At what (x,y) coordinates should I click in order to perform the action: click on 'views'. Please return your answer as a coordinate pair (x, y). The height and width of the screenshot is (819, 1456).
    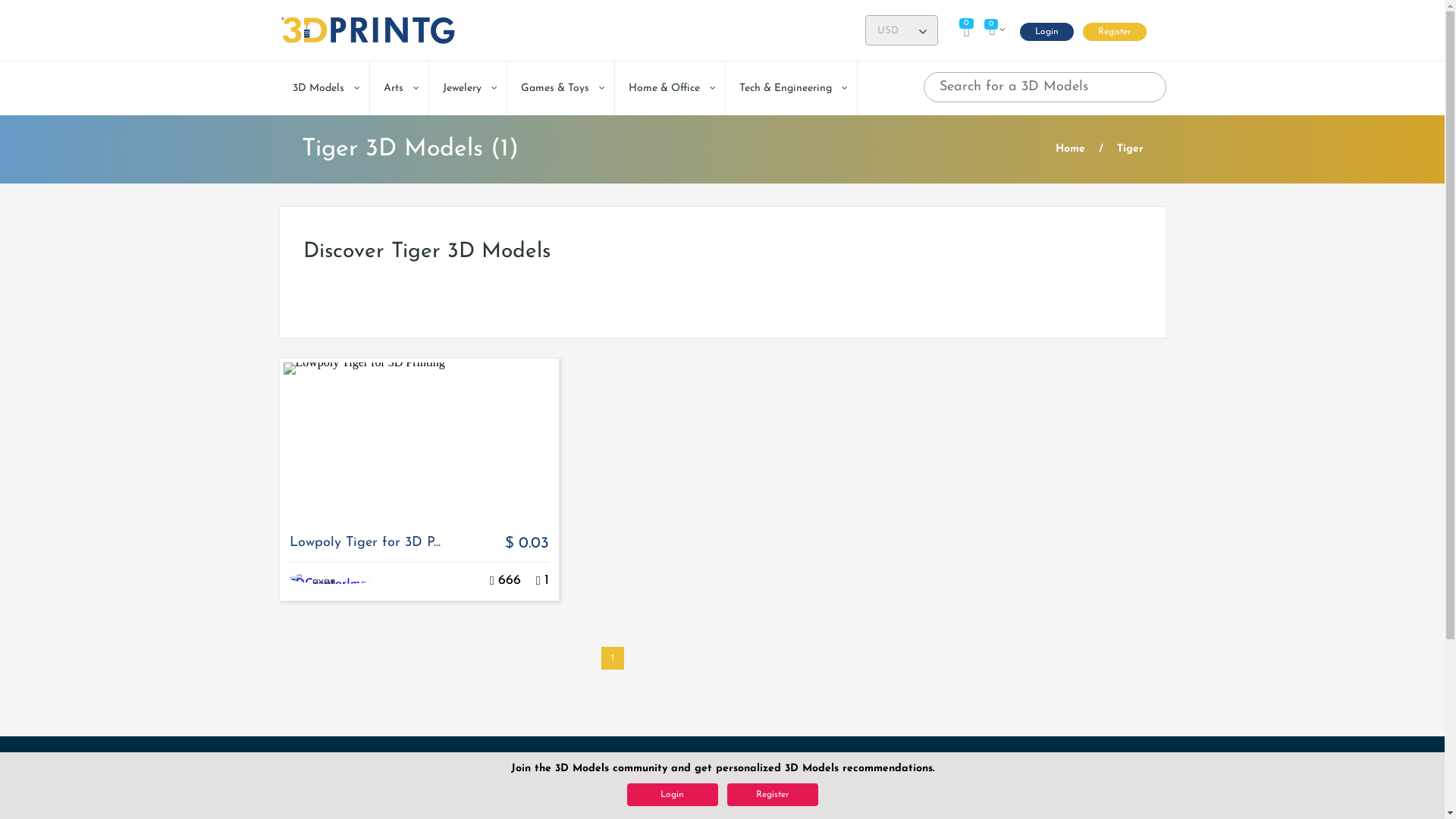
    Looking at the image, I should click on (491, 580).